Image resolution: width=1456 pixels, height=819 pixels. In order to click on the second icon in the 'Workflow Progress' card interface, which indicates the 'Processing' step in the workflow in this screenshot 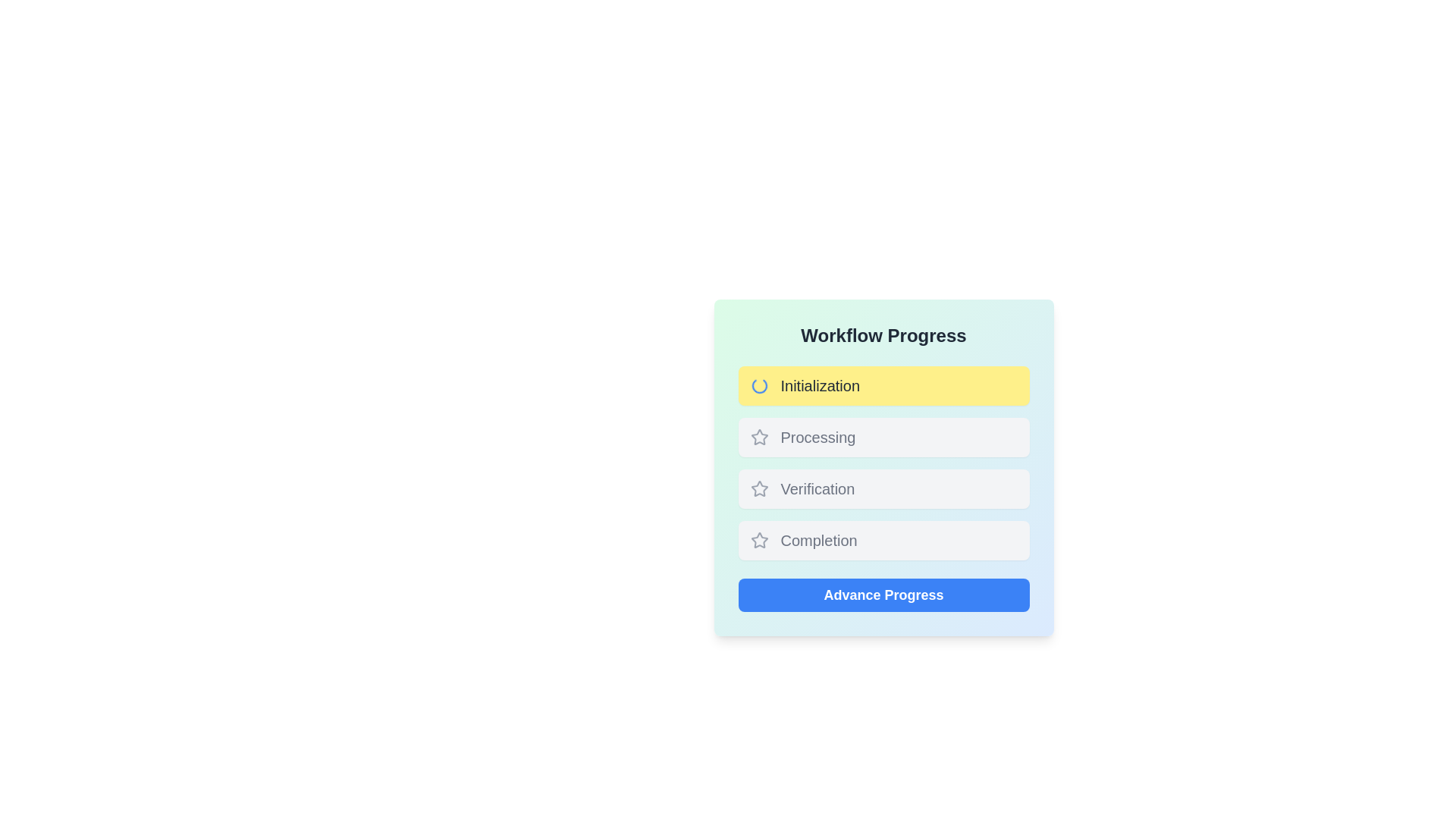, I will do `click(759, 437)`.